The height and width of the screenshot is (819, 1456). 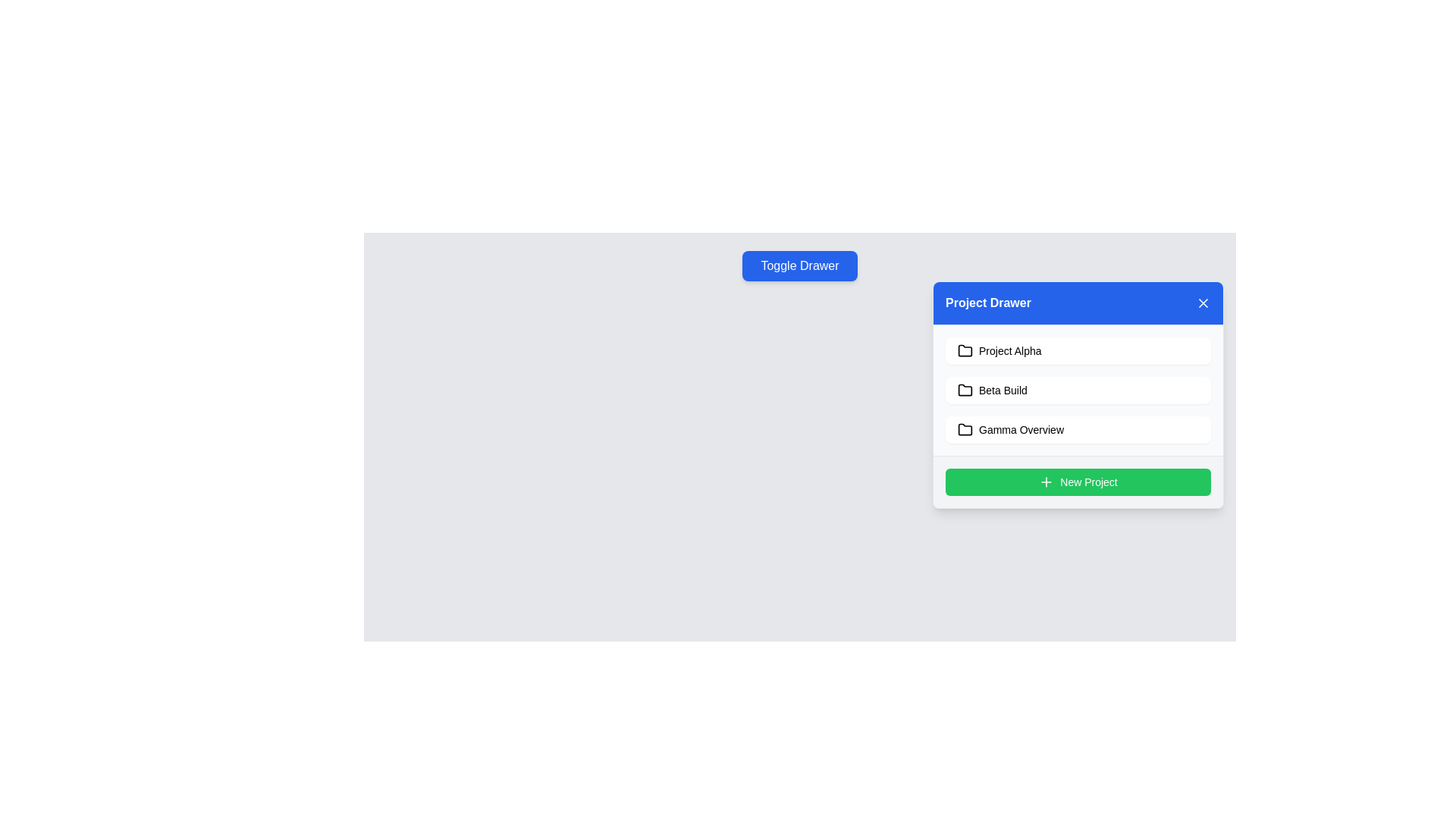 I want to click on the folder icon located to the left of the 'Gamma Overview' text in the drawer interface, so click(x=964, y=430).